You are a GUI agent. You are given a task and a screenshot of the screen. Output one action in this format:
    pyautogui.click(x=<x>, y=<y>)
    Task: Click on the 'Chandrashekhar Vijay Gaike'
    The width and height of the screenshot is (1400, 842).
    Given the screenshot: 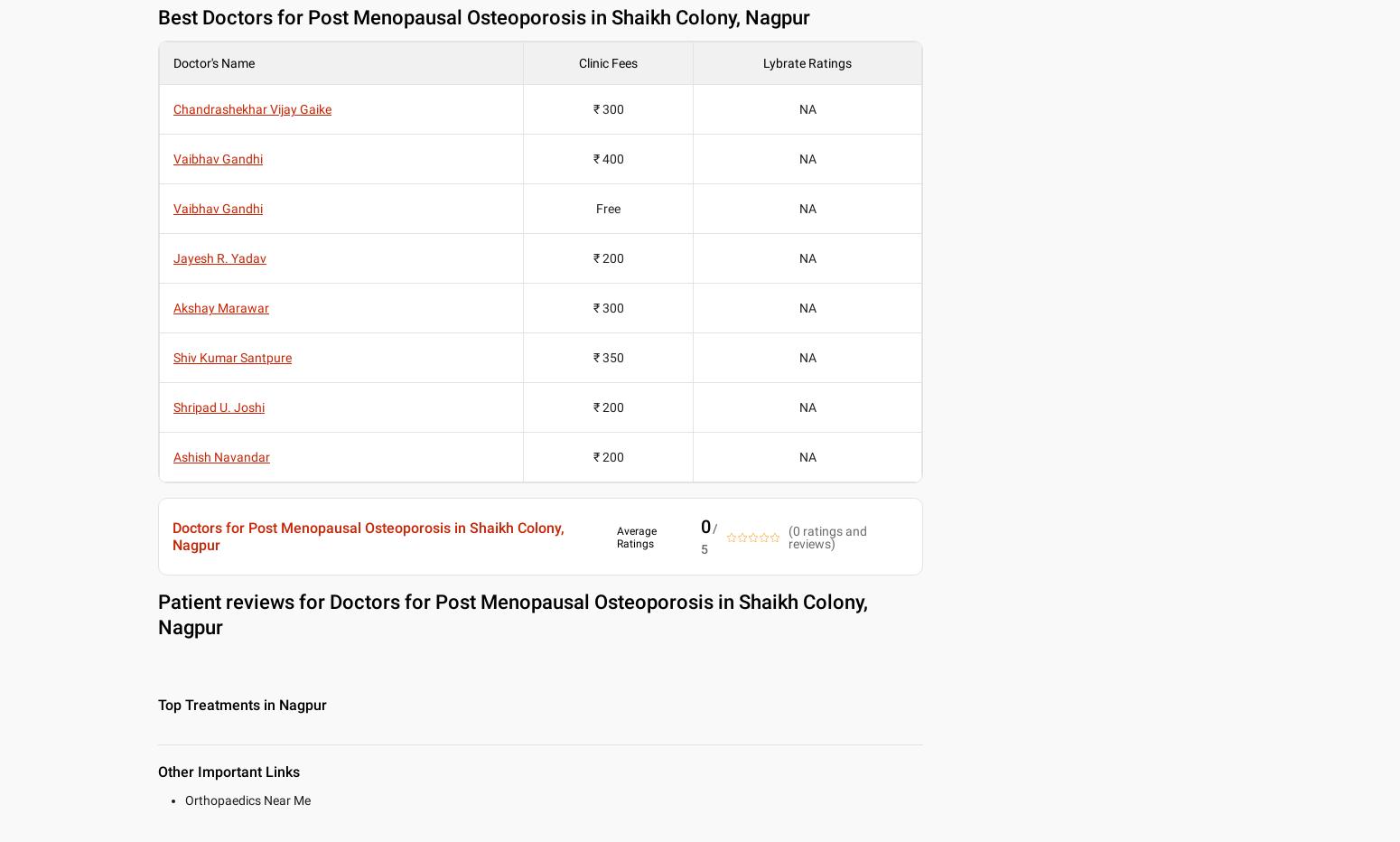 What is the action you would take?
    pyautogui.click(x=252, y=108)
    